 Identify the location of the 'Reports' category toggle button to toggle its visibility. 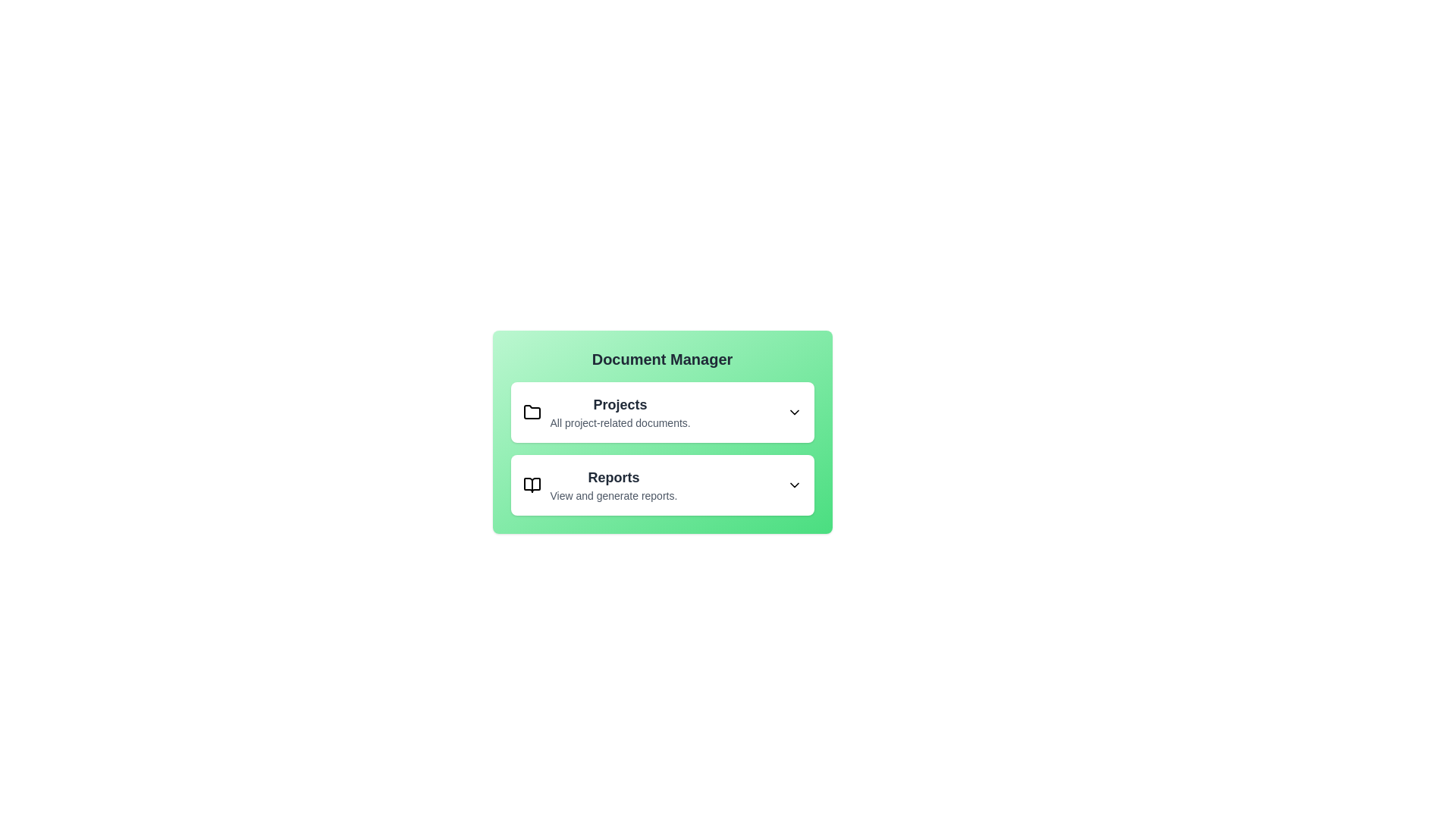
(662, 485).